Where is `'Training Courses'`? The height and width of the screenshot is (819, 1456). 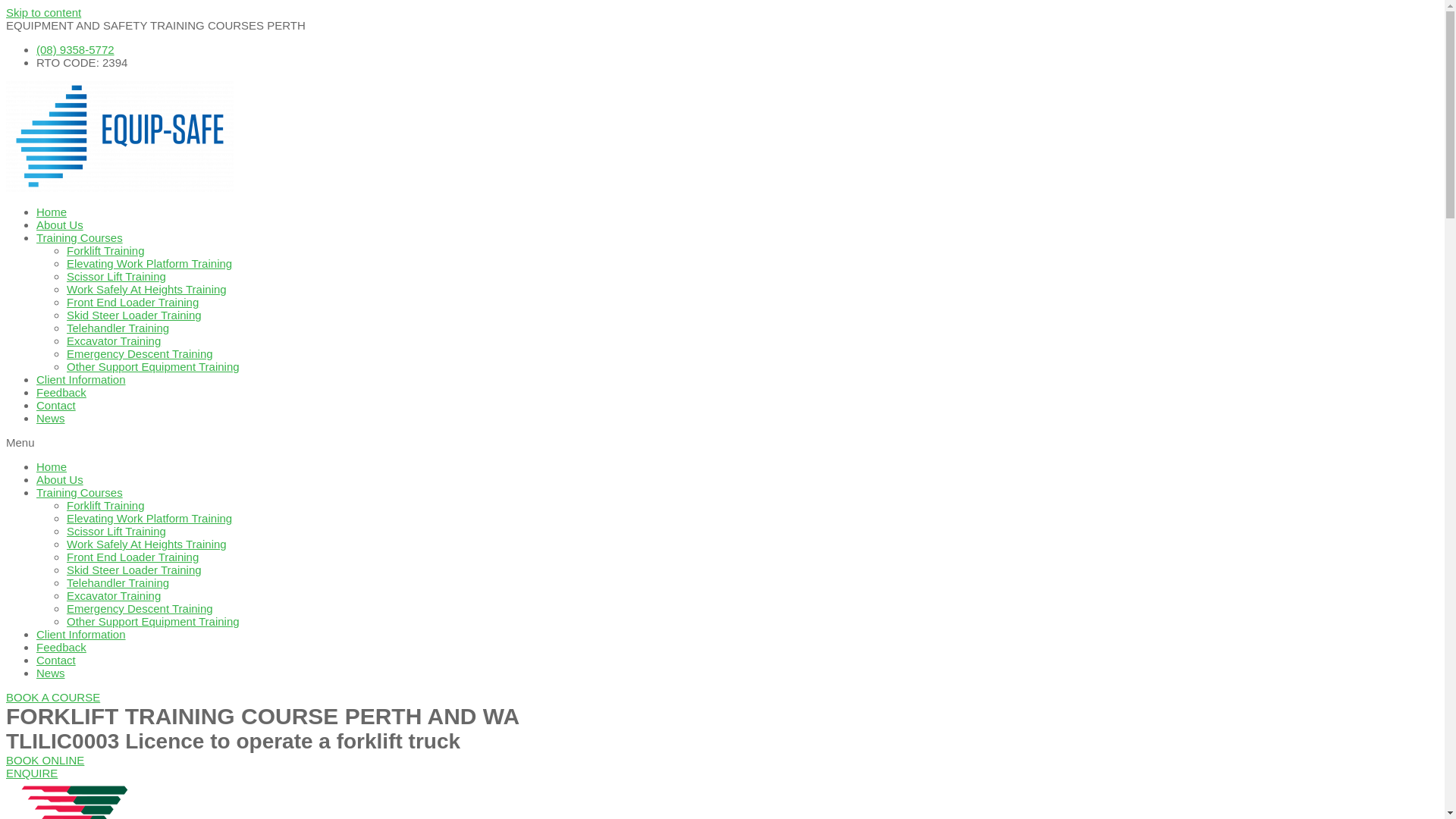
'Training Courses' is located at coordinates (79, 492).